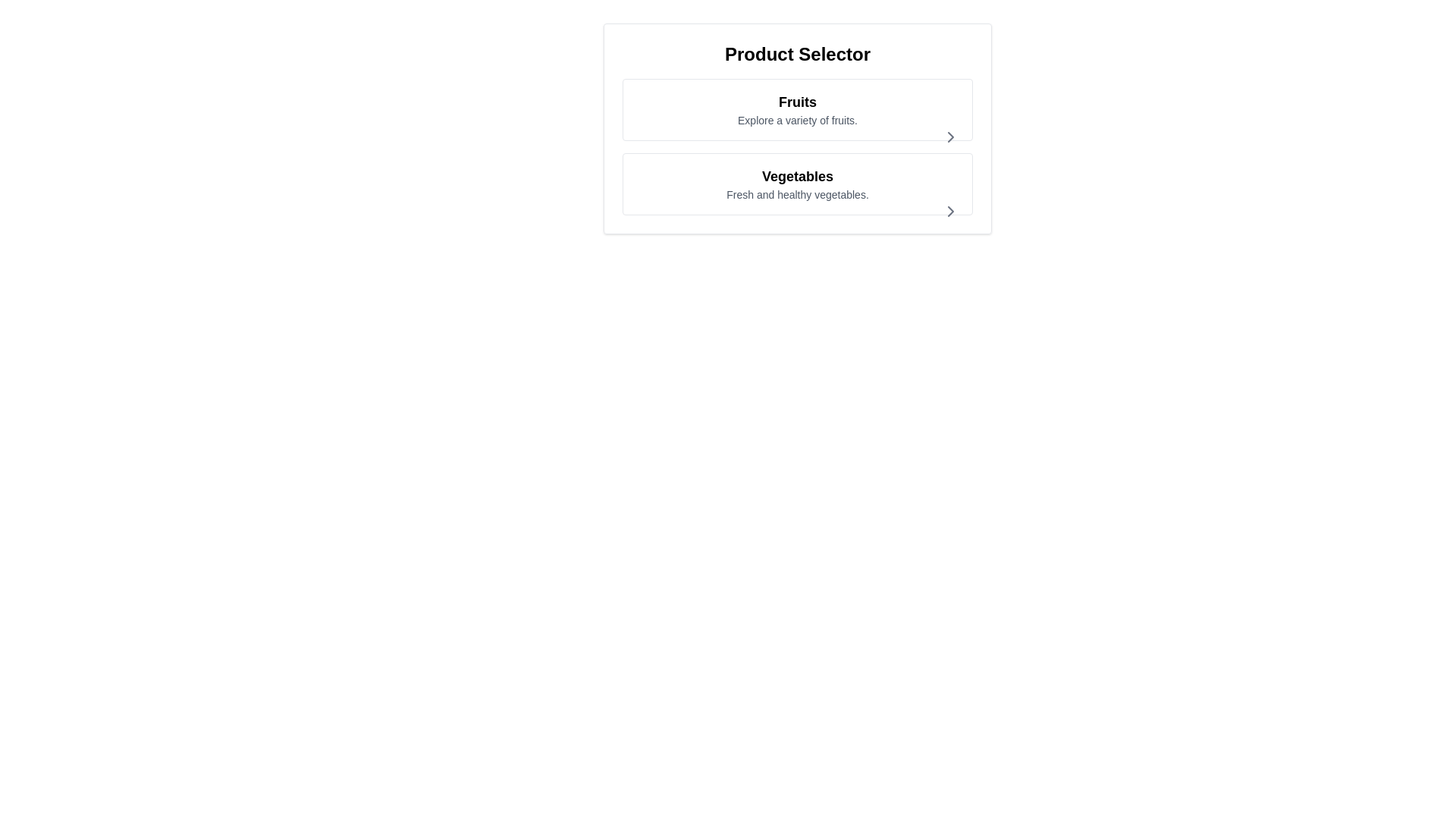  Describe the element at coordinates (796, 184) in the screenshot. I see `the interactive block representing a selectable option for vegetables` at that location.